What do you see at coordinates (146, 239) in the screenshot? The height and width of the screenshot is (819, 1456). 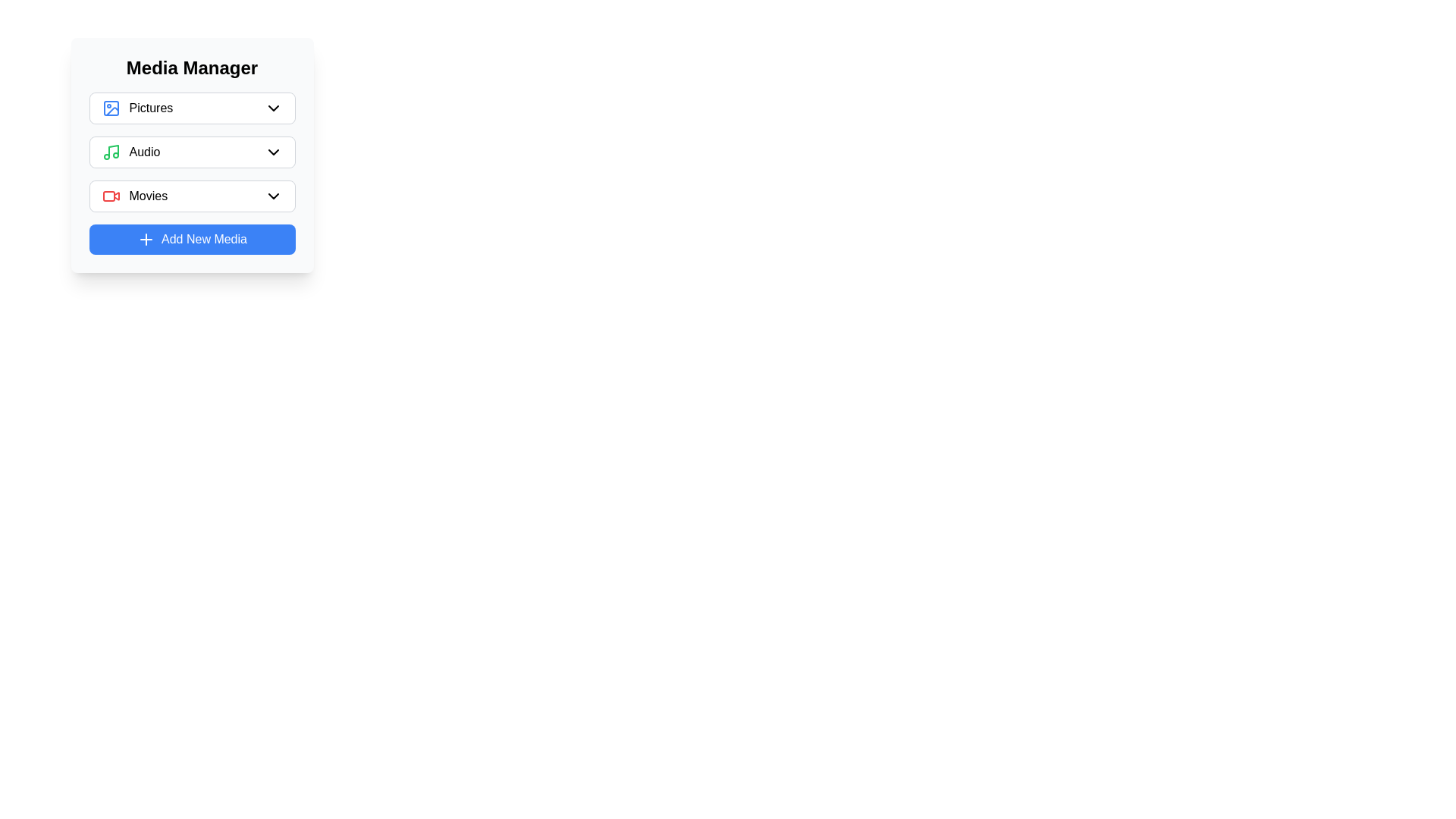 I see `the cross-shaped icon with a white outline on a blue circular background located inside the 'Add New Media' button in the 'Media Manager' section` at bounding box center [146, 239].